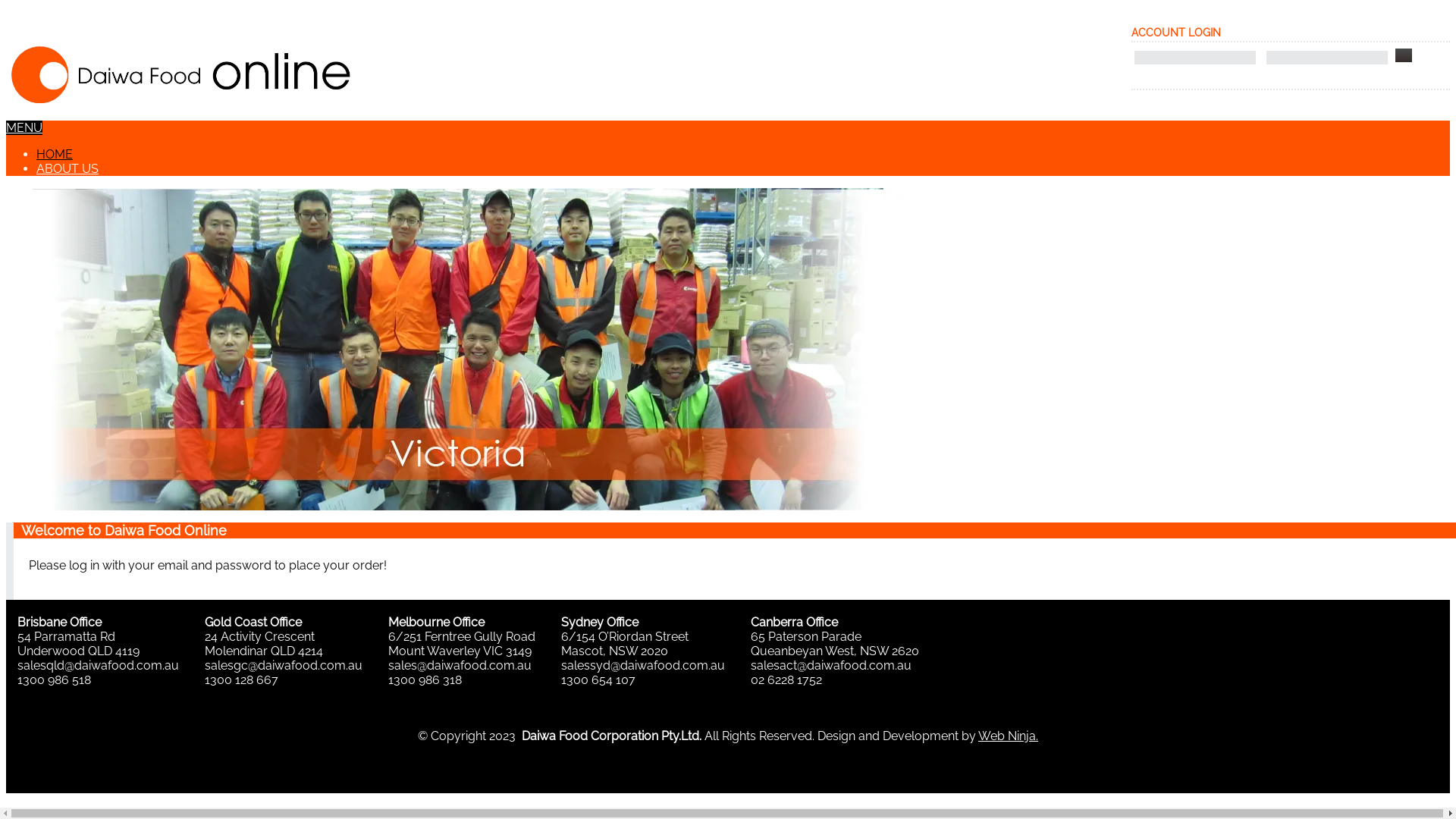  What do you see at coordinates (1008, 735) in the screenshot?
I see `'Web Ninja.'` at bounding box center [1008, 735].